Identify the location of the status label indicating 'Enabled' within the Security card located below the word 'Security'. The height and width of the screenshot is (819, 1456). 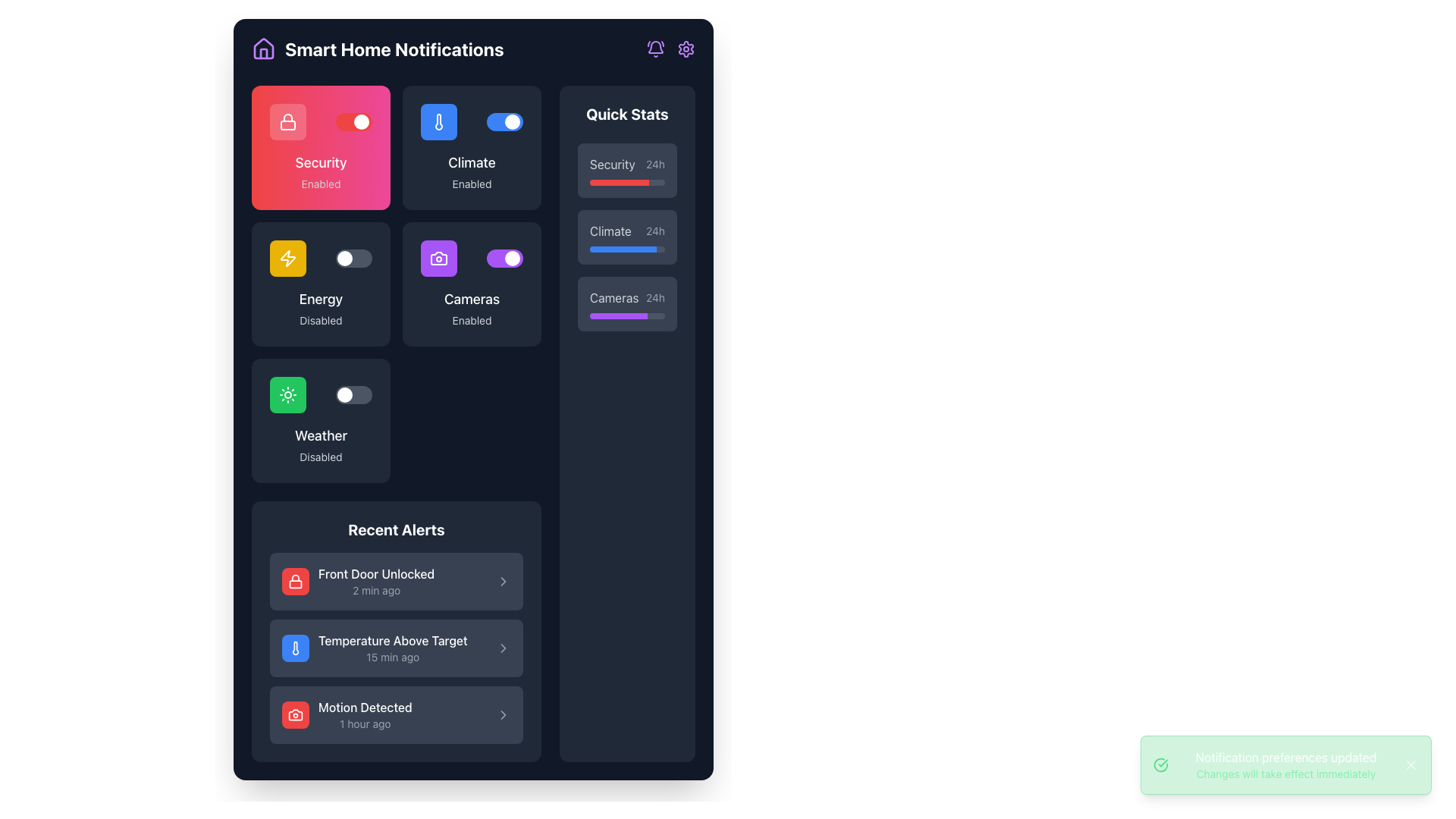
(320, 184).